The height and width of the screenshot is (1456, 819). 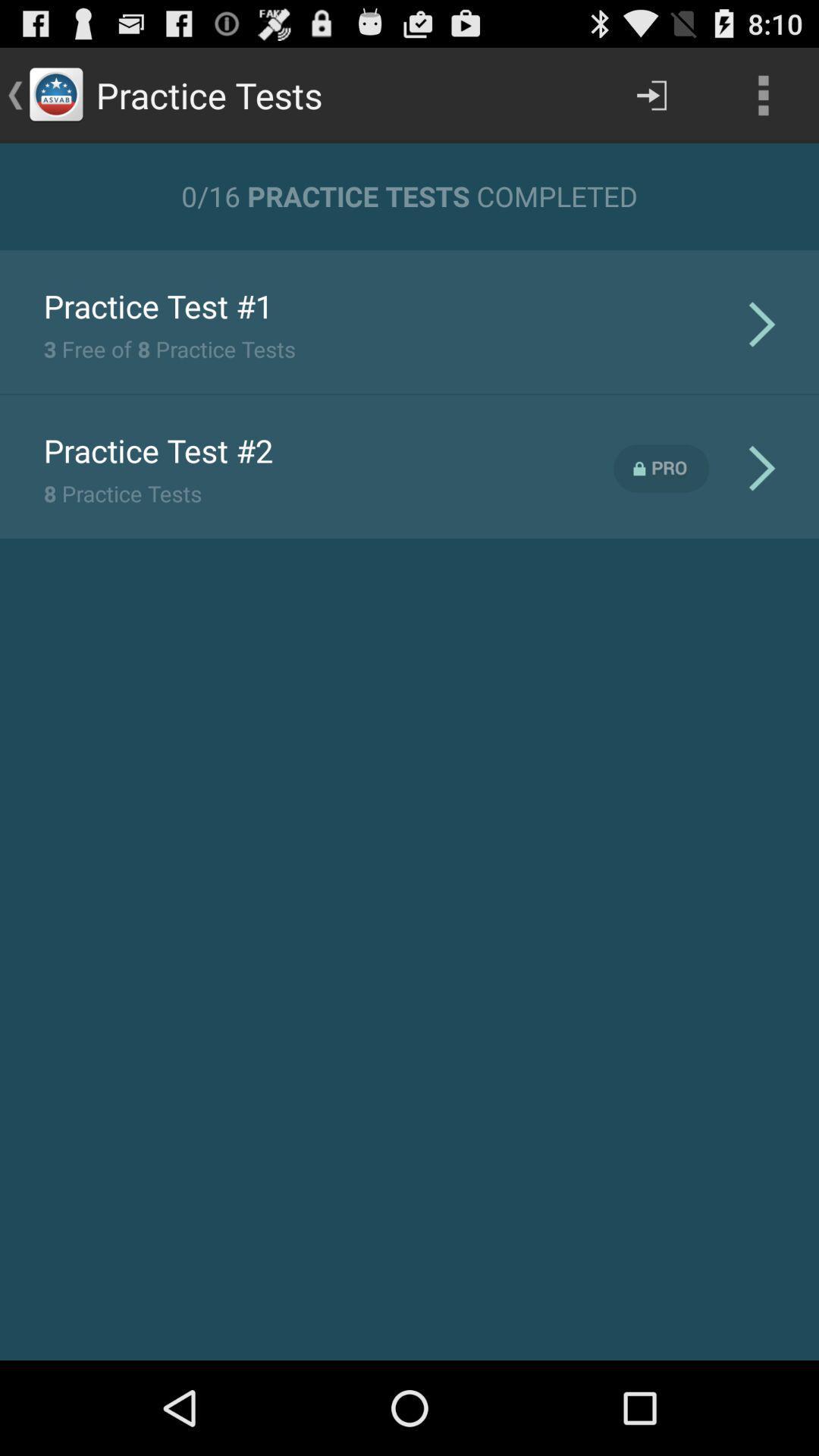 I want to click on the app above practice test #2 icon, so click(x=169, y=348).